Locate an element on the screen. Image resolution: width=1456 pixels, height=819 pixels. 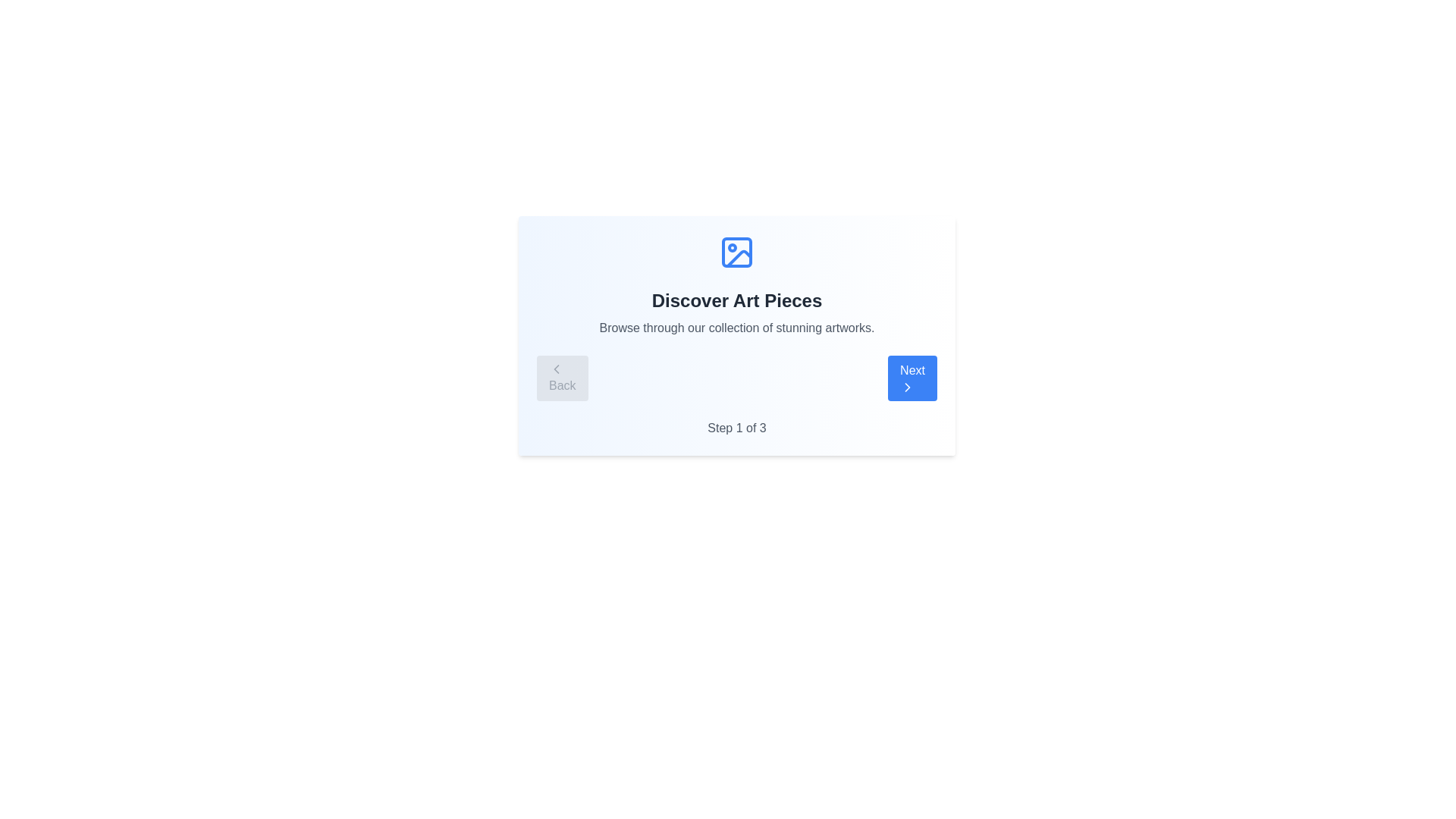
the navigation button to move to the Next step is located at coordinates (912, 377).